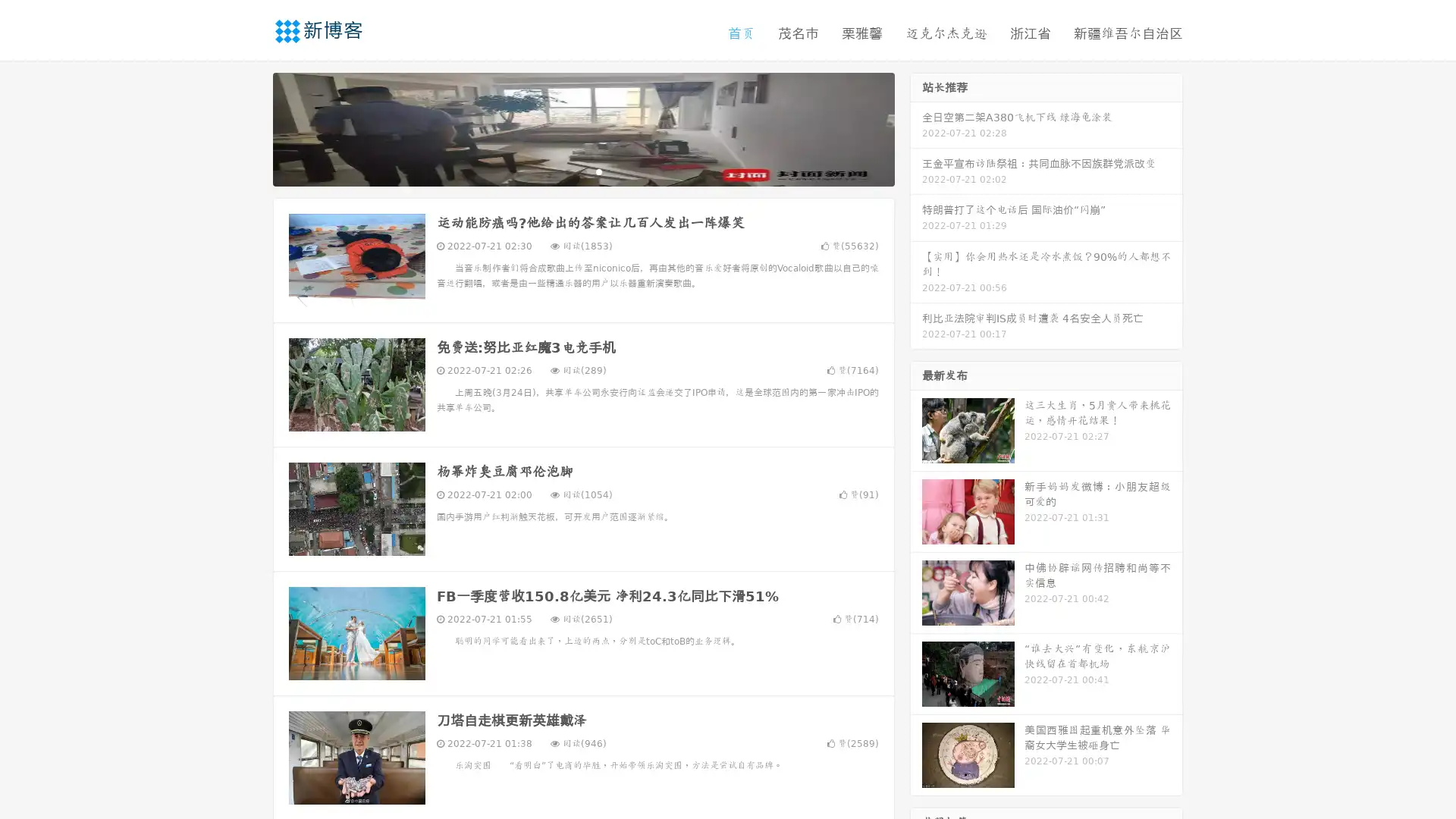 This screenshot has width=1456, height=819. Describe the element at coordinates (567, 171) in the screenshot. I see `Go to slide 1` at that location.